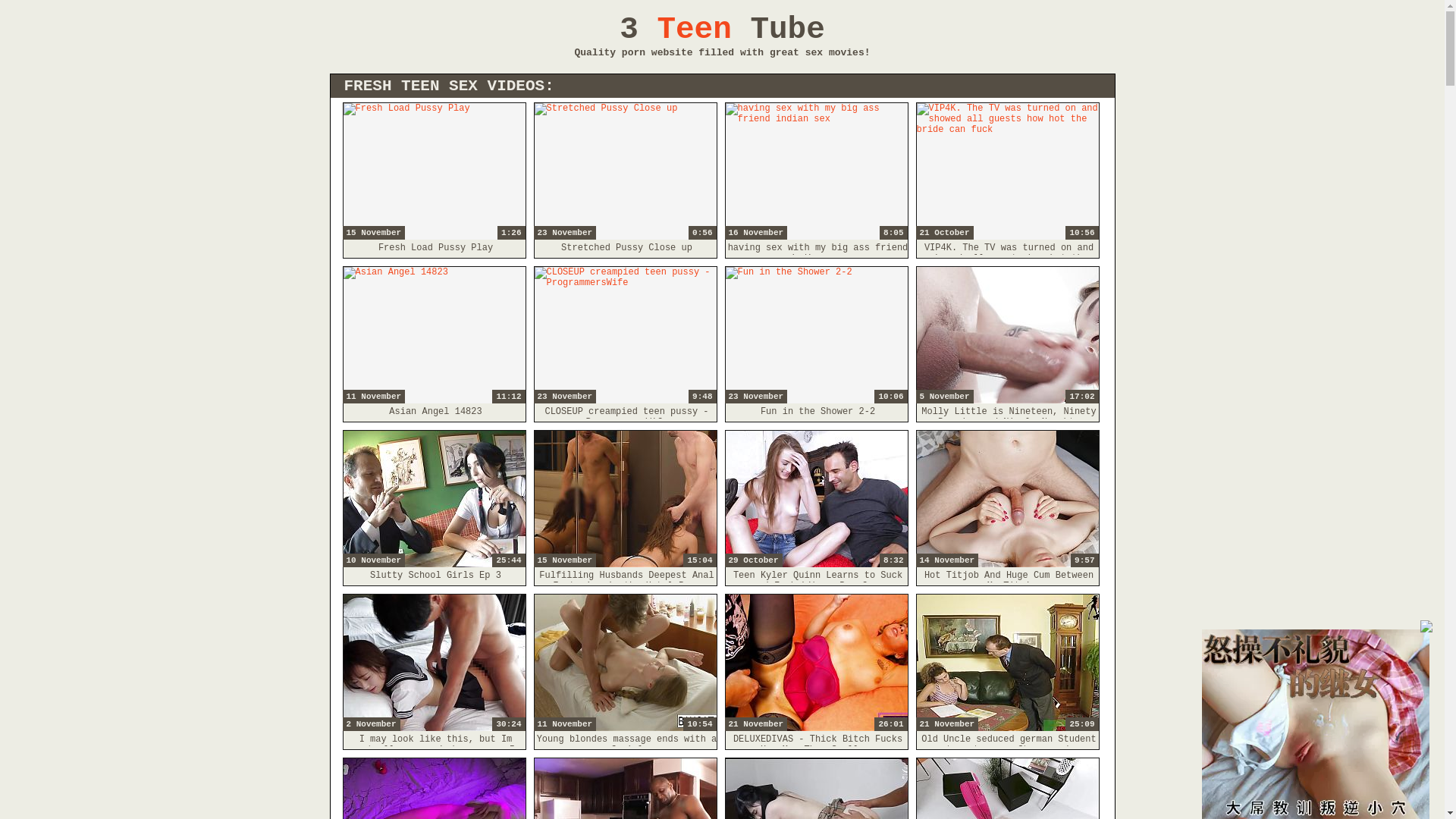 Image resolution: width=1456 pixels, height=819 pixels. What do you see at coordinates (341, 334) in the screenshot?
I see `'11:12` at bounding box center [341, 334].